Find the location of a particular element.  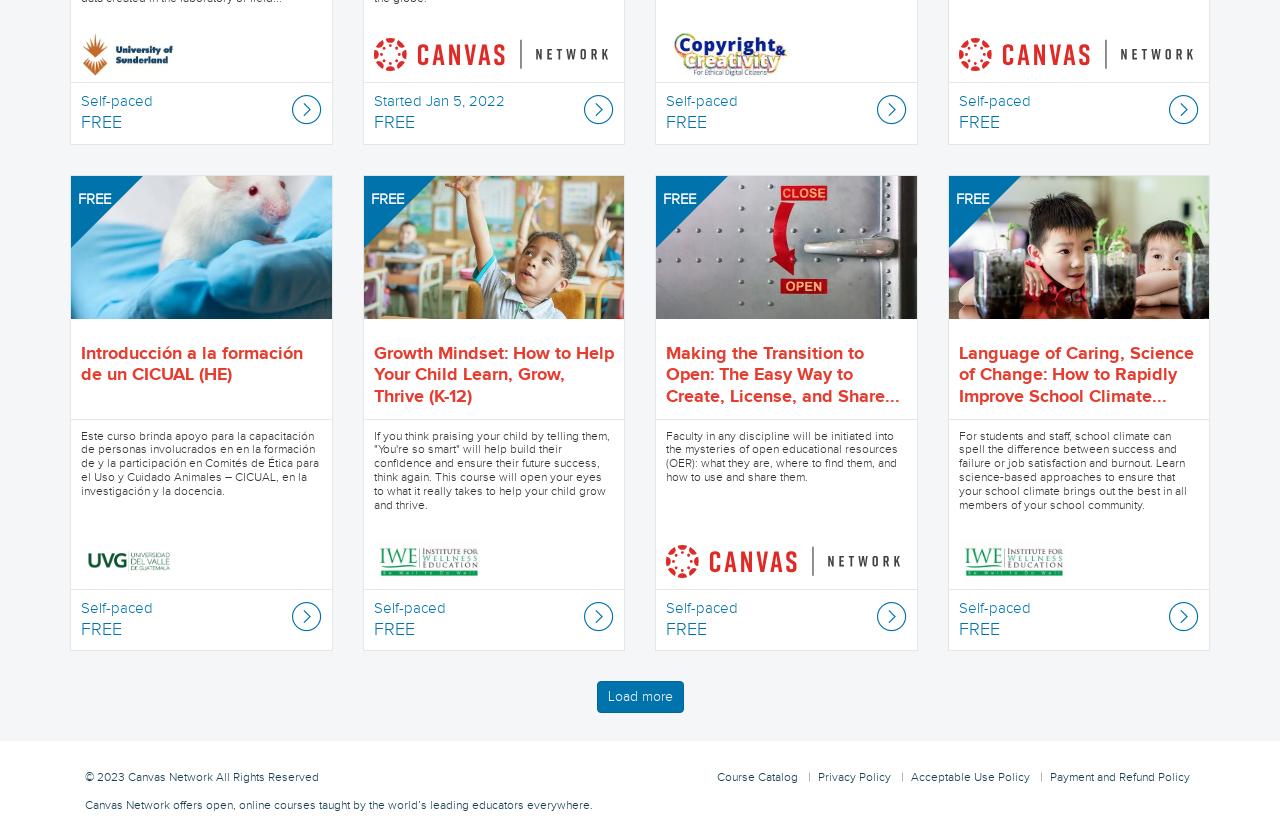

'© 2023 Canvas Network All Rights Reserved' is located at coordinates (201, 775).